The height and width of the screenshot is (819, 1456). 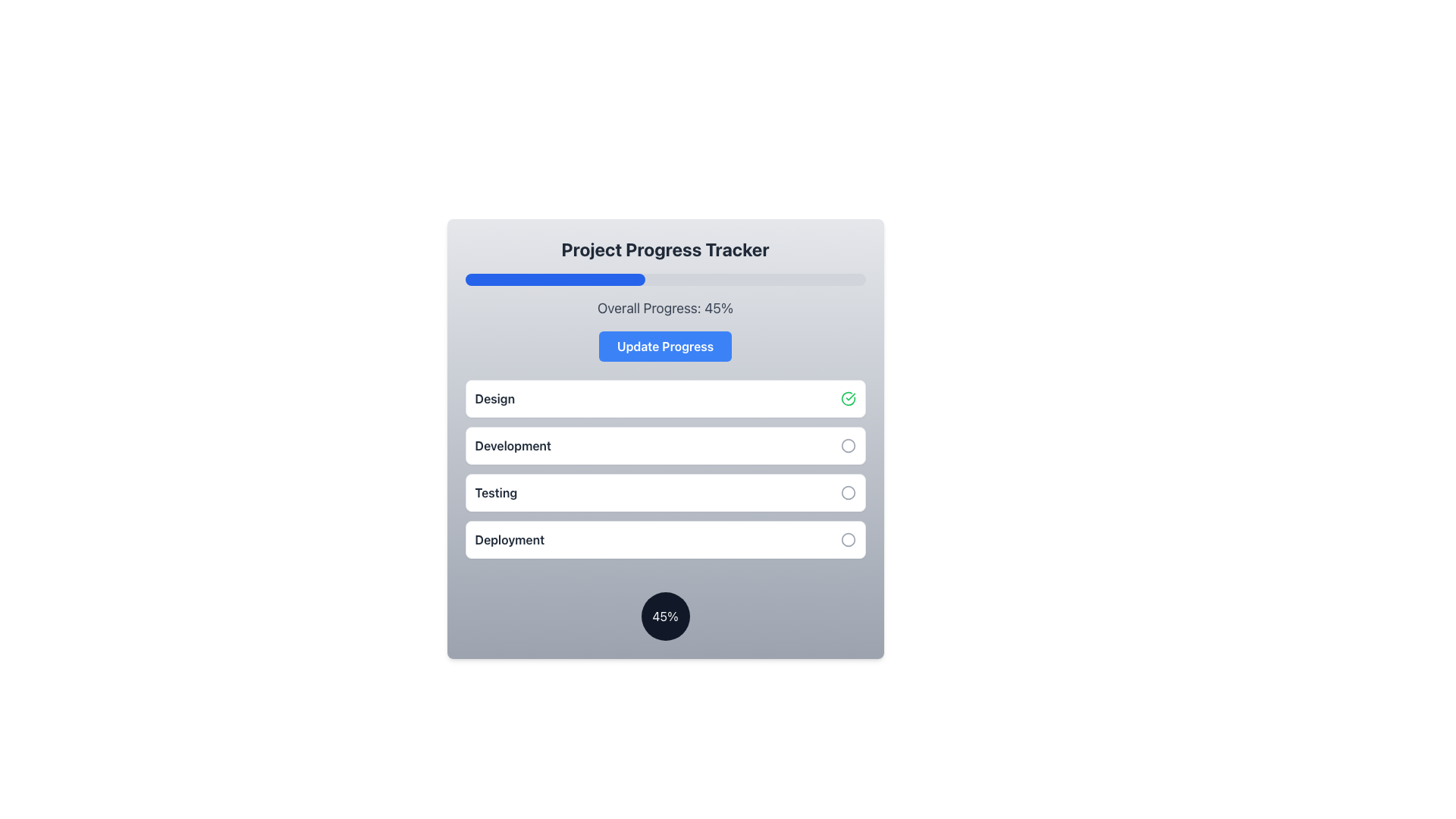 What do you see at coordinates (513, 444) in the screenshot?
I see `the text label reading 'Development', which is styled with a bold font and dark gray color, located in a white rectangular box with rounded corners` at bounding box center [513, 444].